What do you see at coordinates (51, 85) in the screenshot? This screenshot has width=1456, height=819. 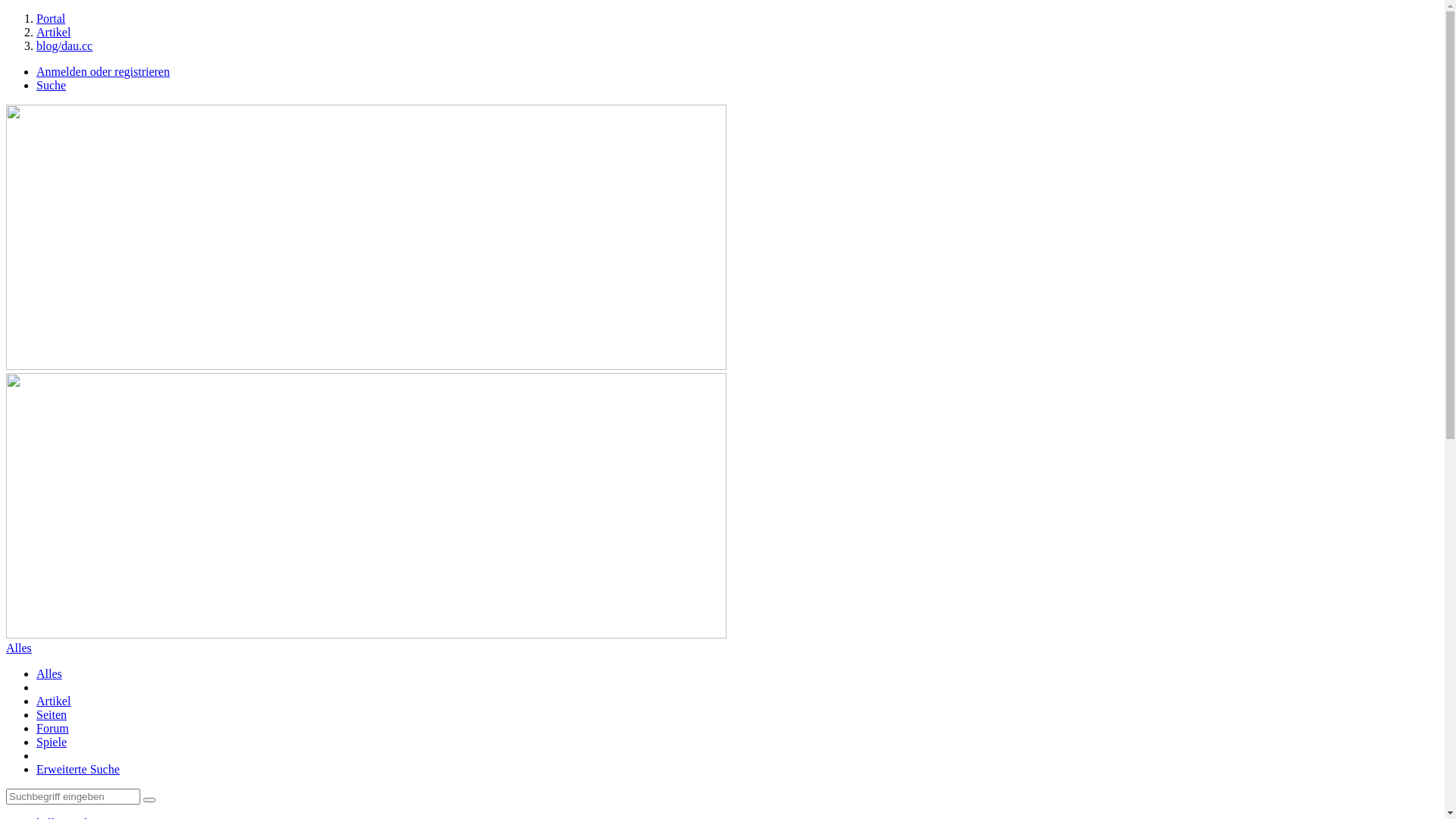 I see `'Suche'` at bounding box center [51, 85].